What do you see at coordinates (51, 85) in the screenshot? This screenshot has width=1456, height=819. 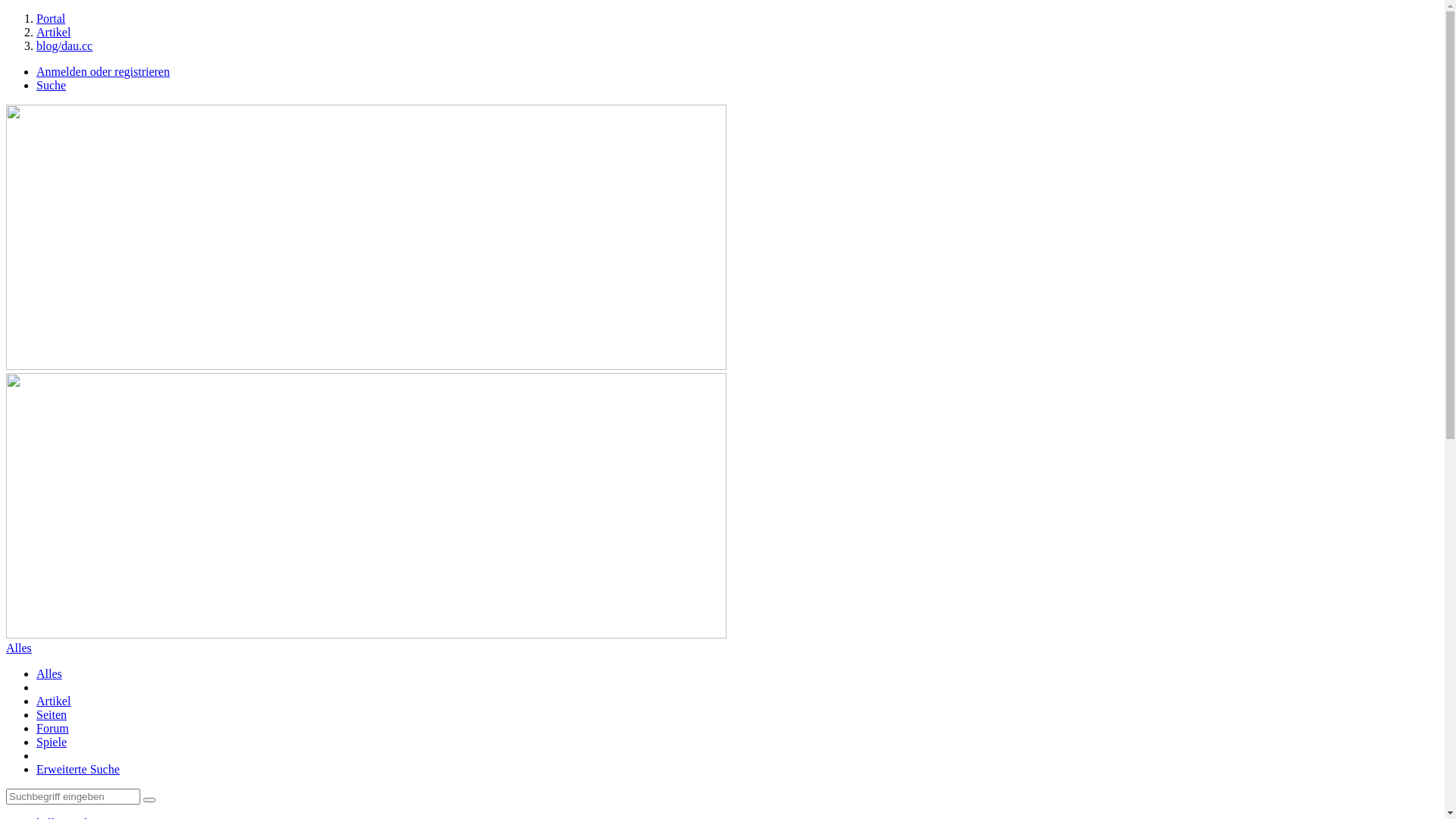 I see `'Suche'` at bounding box center [51, 85].